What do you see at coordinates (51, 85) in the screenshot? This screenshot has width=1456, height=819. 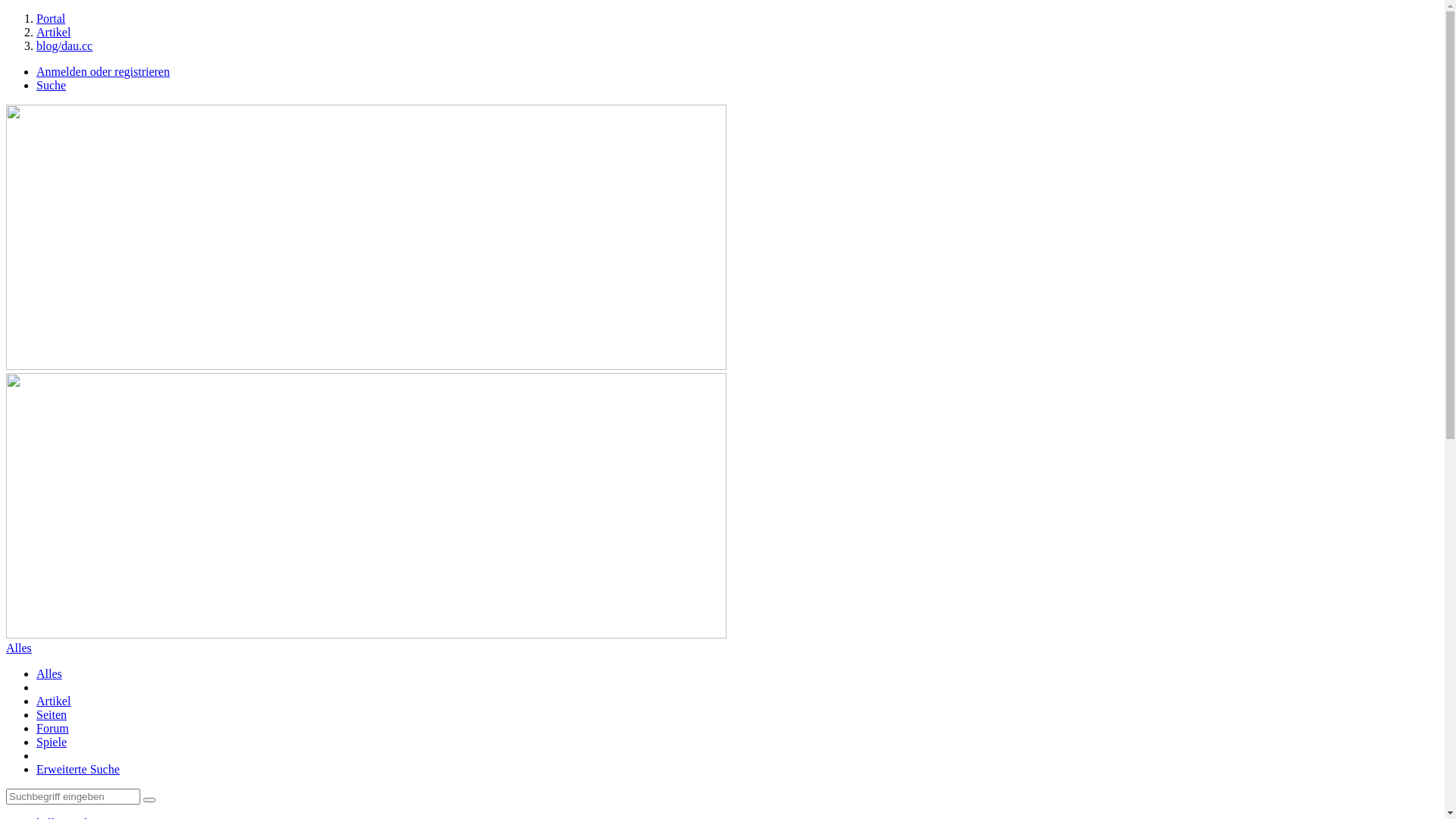 I see `'Suche'` at bounding box center [51, 85].